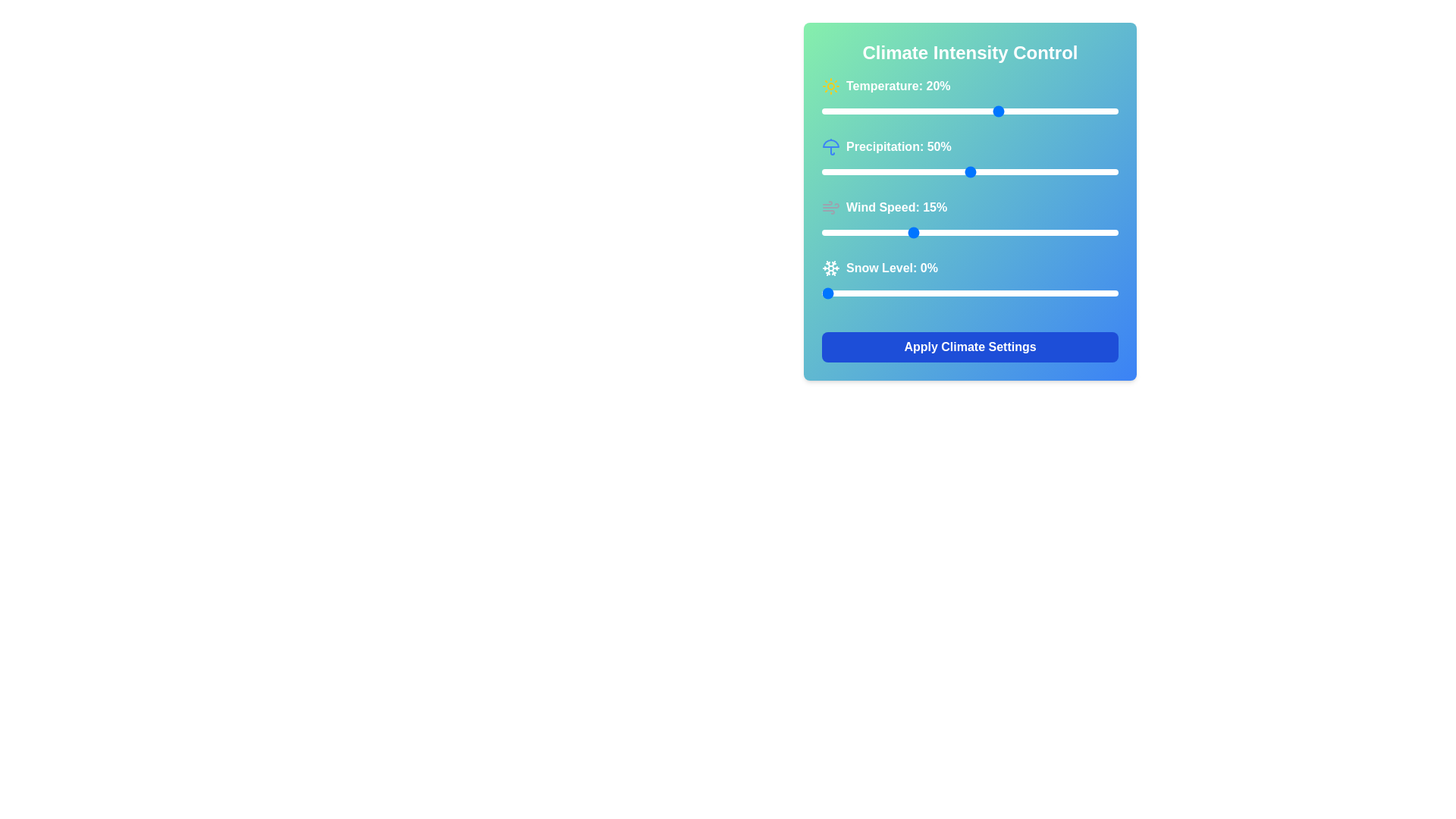  Describe the element at coordinates (1052, 110) in the screenshot. I see `the temperature slider` at that location.